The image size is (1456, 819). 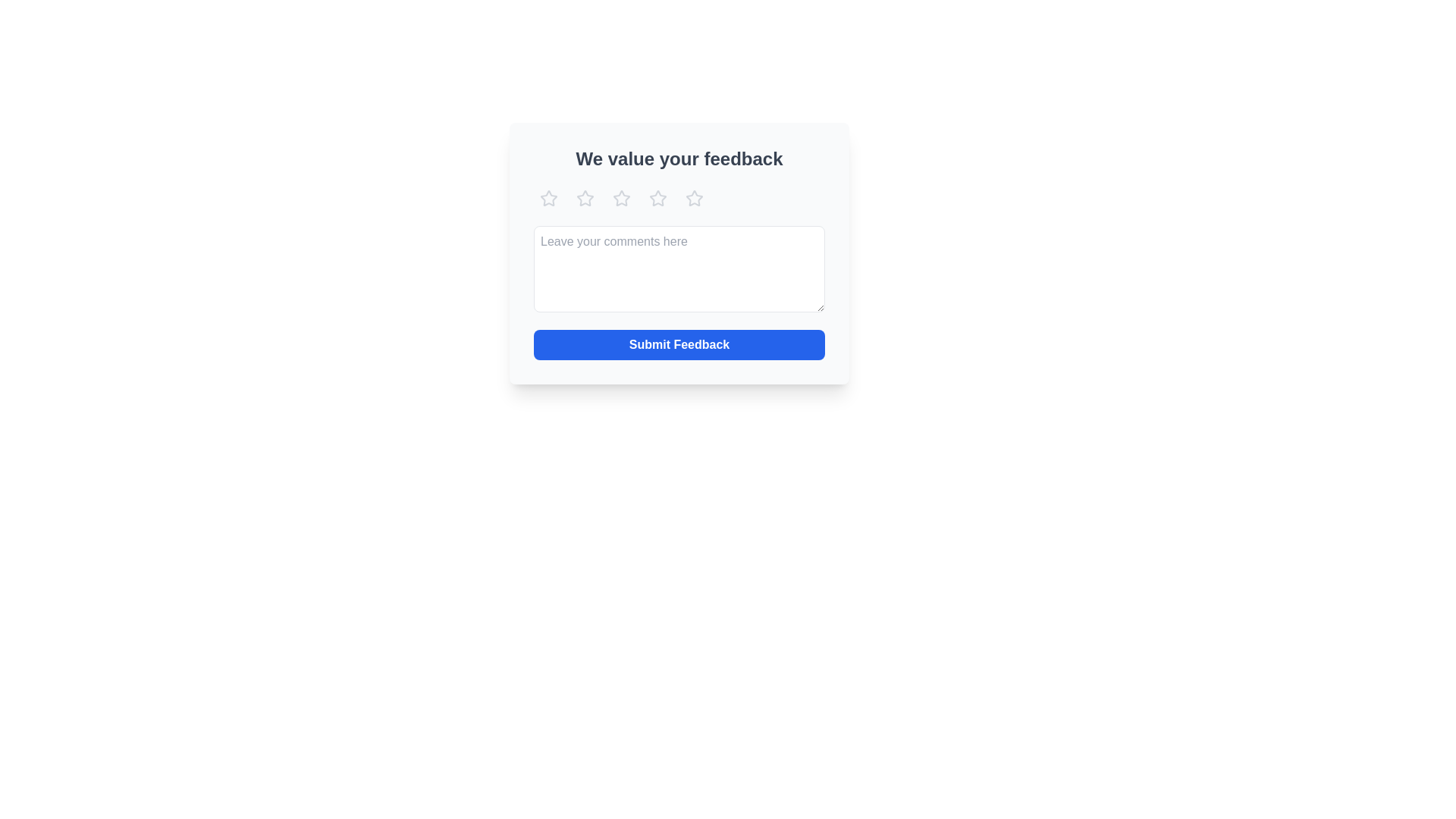 What do you see at coordinates (694, 198) in the screenshot?
I see `the fifth Rating star icon, which has a hollow center and gray outline` at bounding box center [694, 198].